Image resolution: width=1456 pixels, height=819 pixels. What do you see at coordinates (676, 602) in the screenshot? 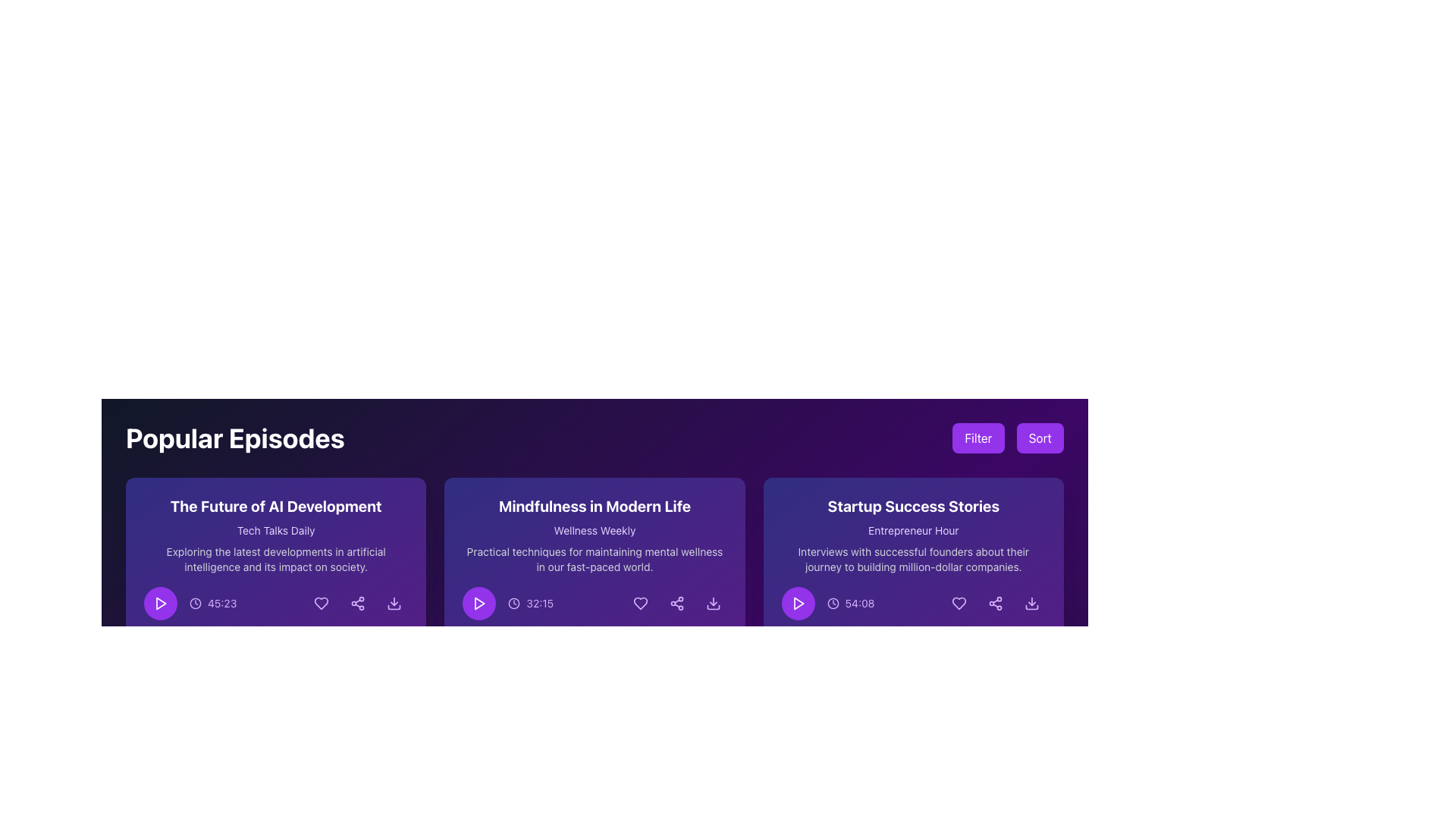
I see `the small circular button with a purple hover effect that features a white share icon, located in the control row below the card titled 'Mindfulness in Modern Life.'` at bounding box center [676, 602].